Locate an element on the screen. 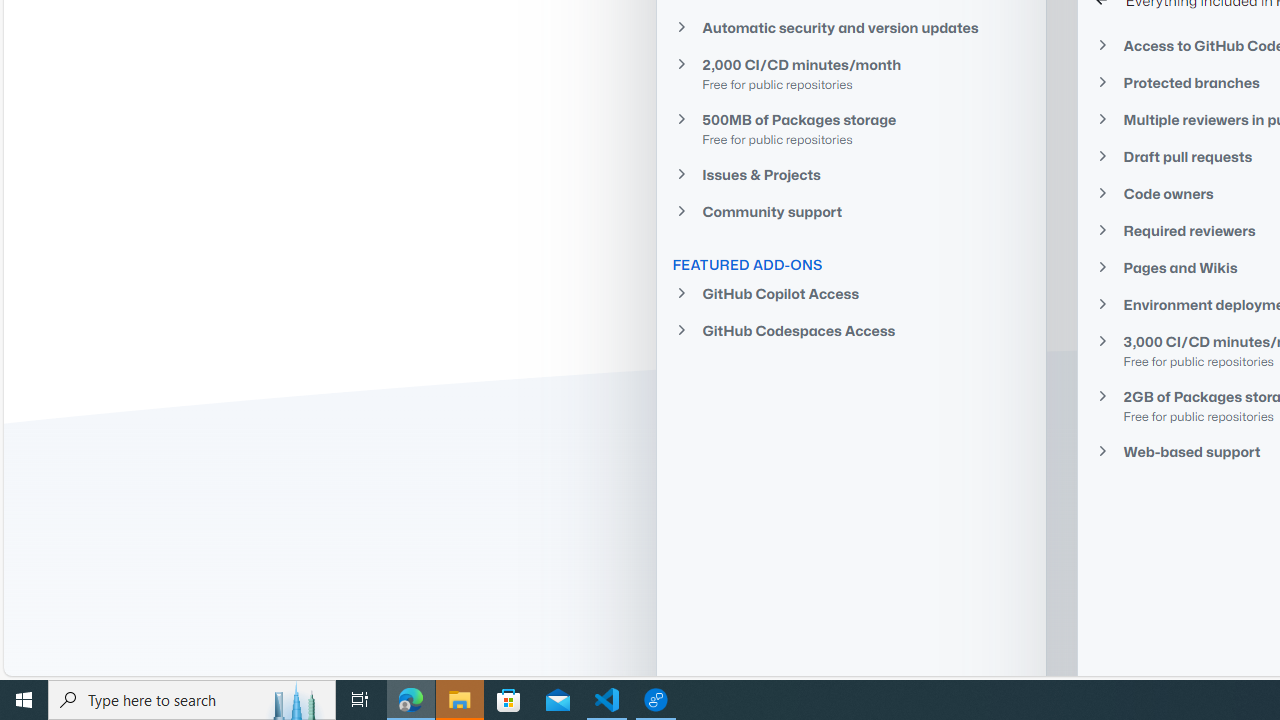 The width and height of the screenshot is (1280, 720). '2,000 CI/CD minutes/monthFree for public repositories' is located at coordinates (851, 72).